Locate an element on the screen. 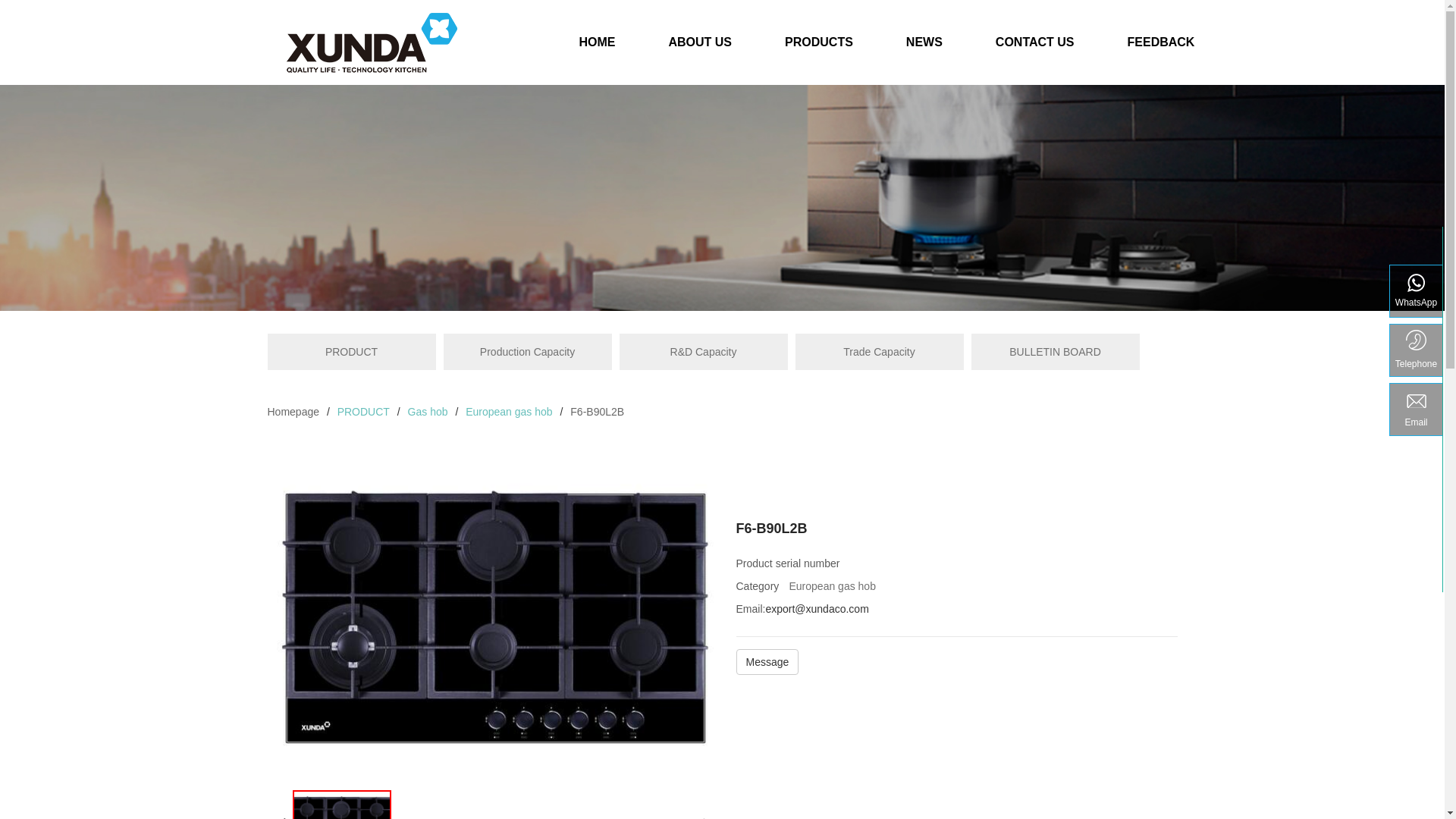 This screenshot has width=1456, height=819. 'Gas hob' is located at coordinates (427, 412).